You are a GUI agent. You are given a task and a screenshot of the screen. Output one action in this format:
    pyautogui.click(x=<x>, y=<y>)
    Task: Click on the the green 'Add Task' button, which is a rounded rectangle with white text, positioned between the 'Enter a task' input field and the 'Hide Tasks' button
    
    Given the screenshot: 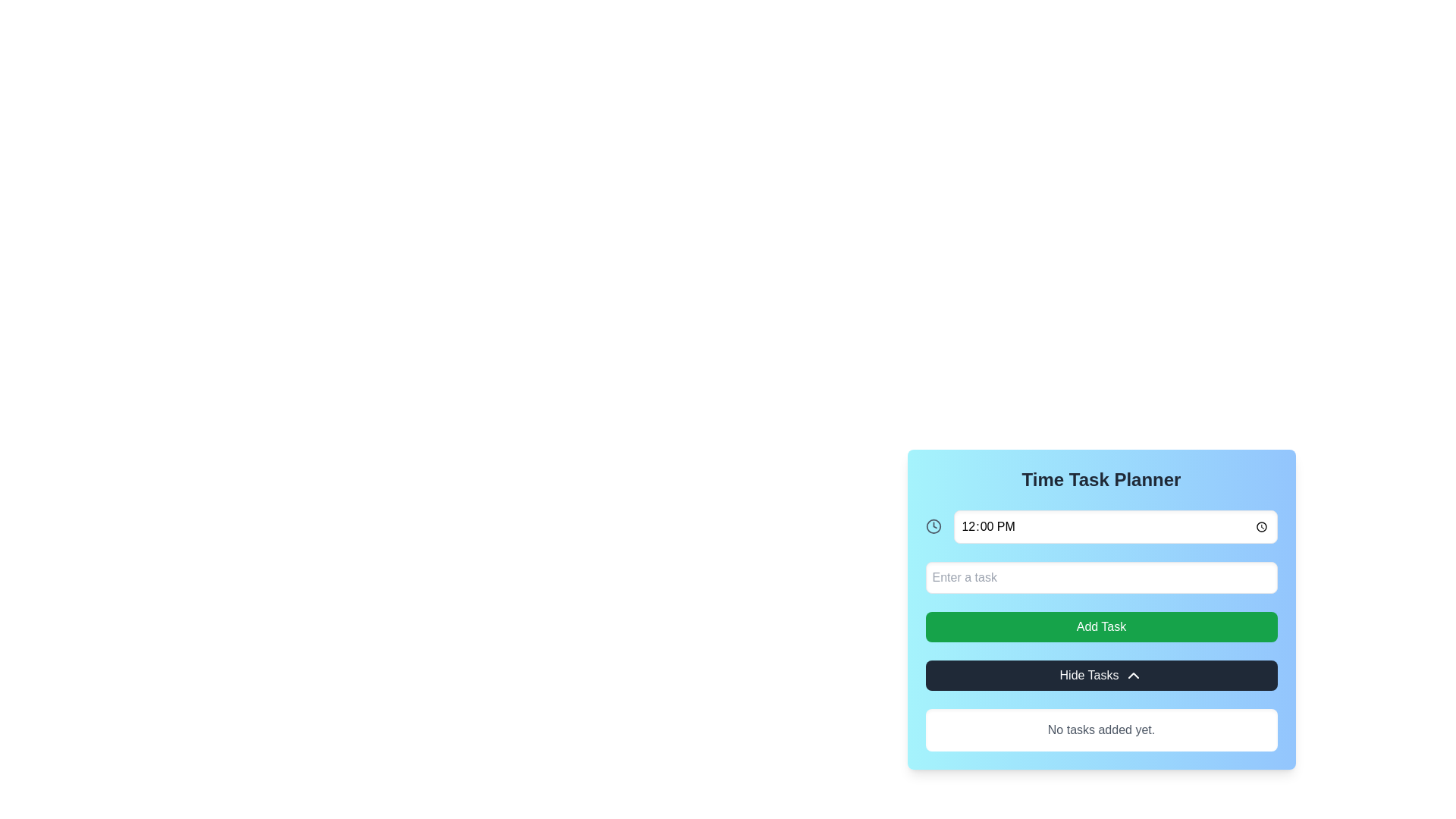 What is the action you would take?
    pyautogui.click(x=1101, y=631)
    